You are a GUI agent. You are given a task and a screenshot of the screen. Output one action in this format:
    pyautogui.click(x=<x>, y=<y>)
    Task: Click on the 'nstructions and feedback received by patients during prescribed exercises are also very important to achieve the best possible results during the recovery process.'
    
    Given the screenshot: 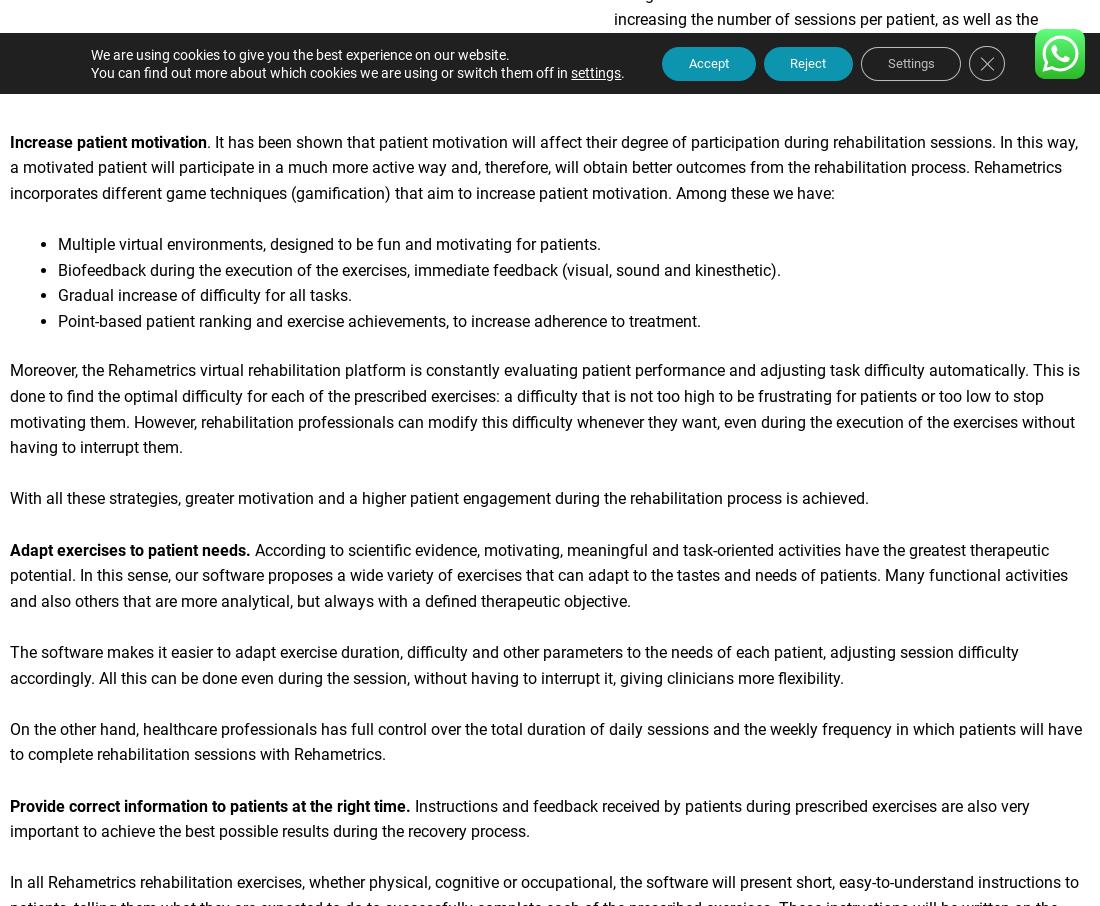 What is the action you would take?
    pyautogui.click(x=519, y=825)
    